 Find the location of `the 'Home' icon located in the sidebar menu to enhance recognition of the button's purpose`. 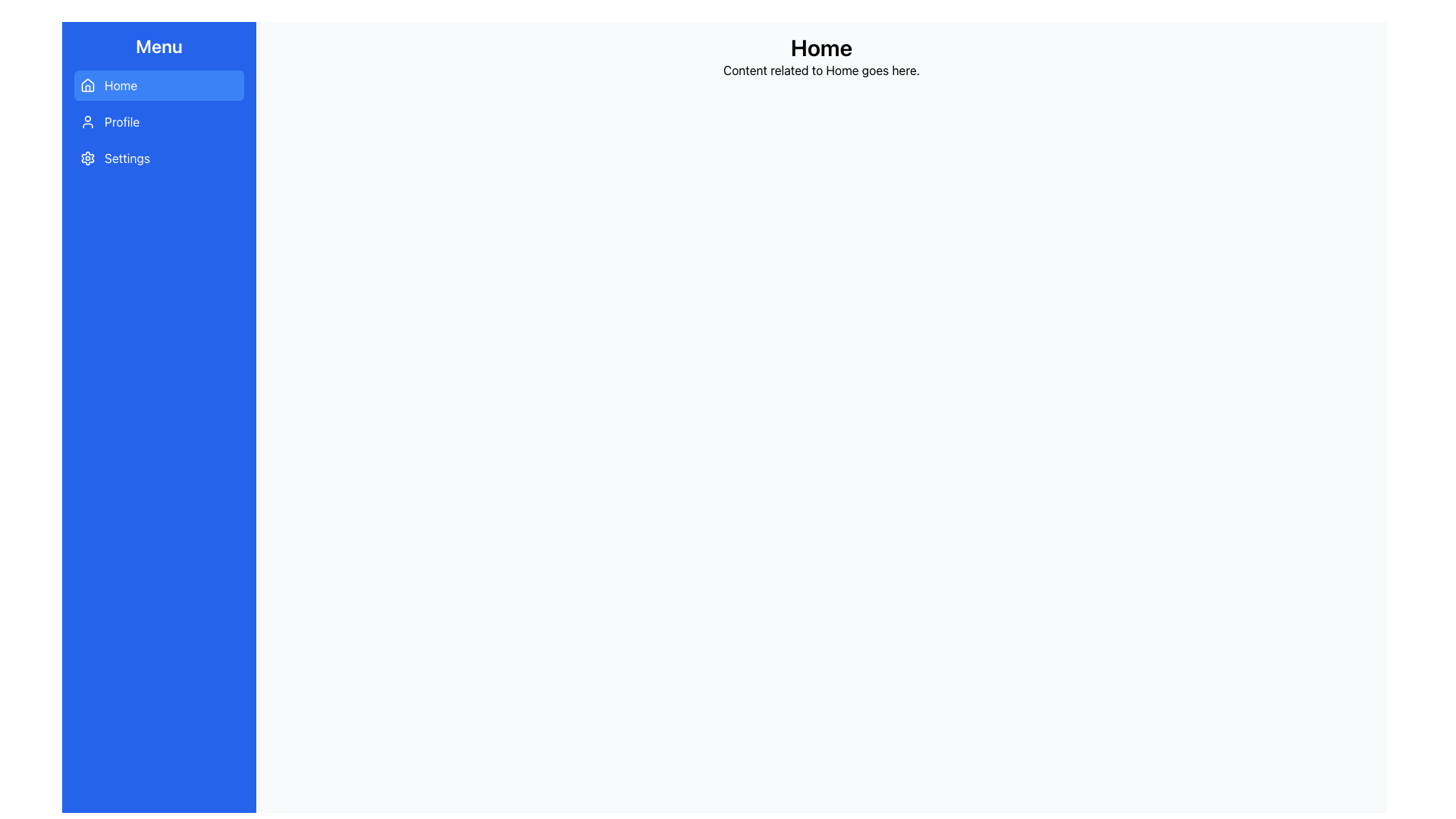

the 'Home' icon located in the sidebar menu to enhance recognition of the button's purpose is located at coordinates (86, 85).